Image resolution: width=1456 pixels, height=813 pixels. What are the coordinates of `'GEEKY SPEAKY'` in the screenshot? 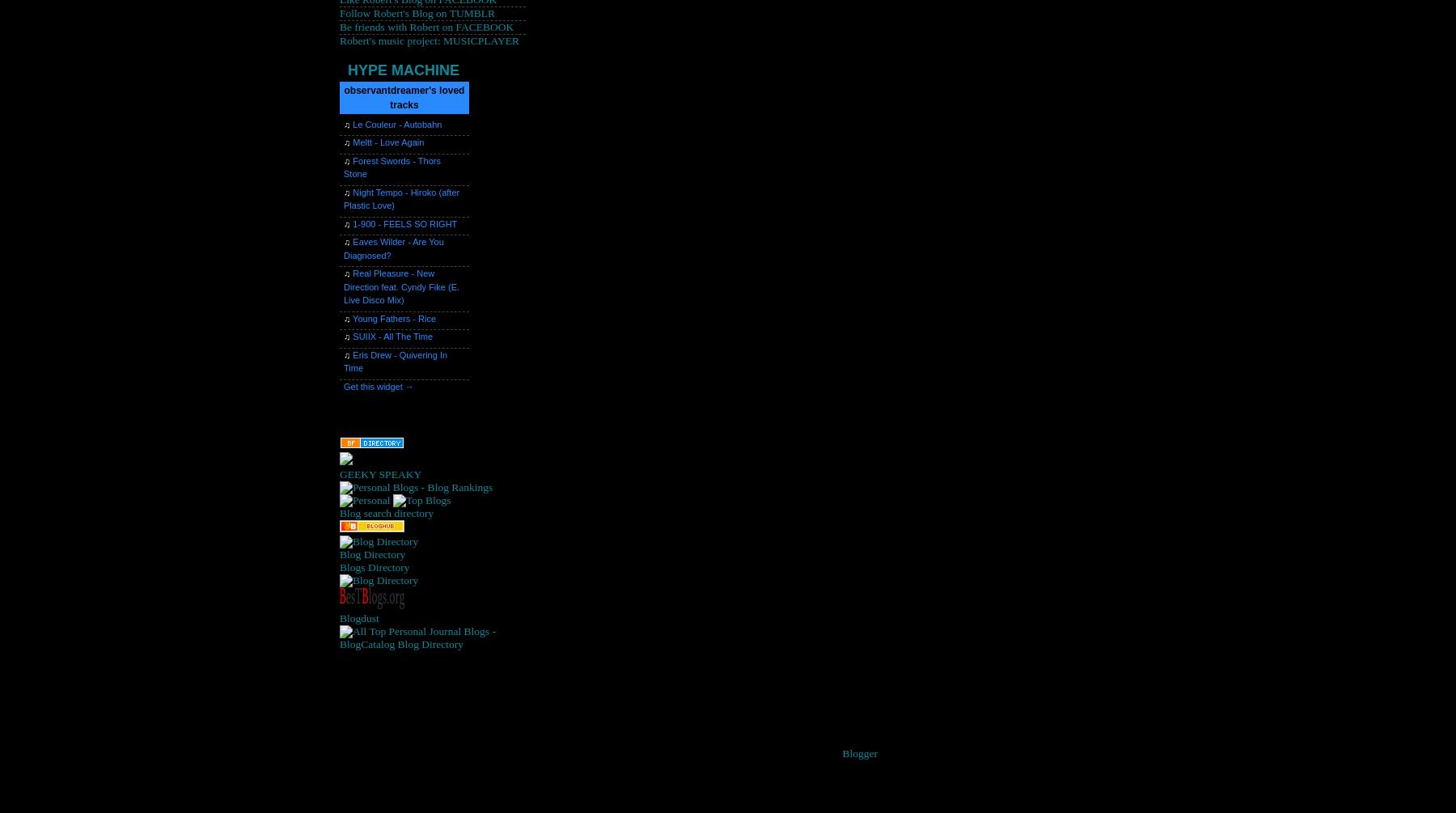 It's located at (379, 472).